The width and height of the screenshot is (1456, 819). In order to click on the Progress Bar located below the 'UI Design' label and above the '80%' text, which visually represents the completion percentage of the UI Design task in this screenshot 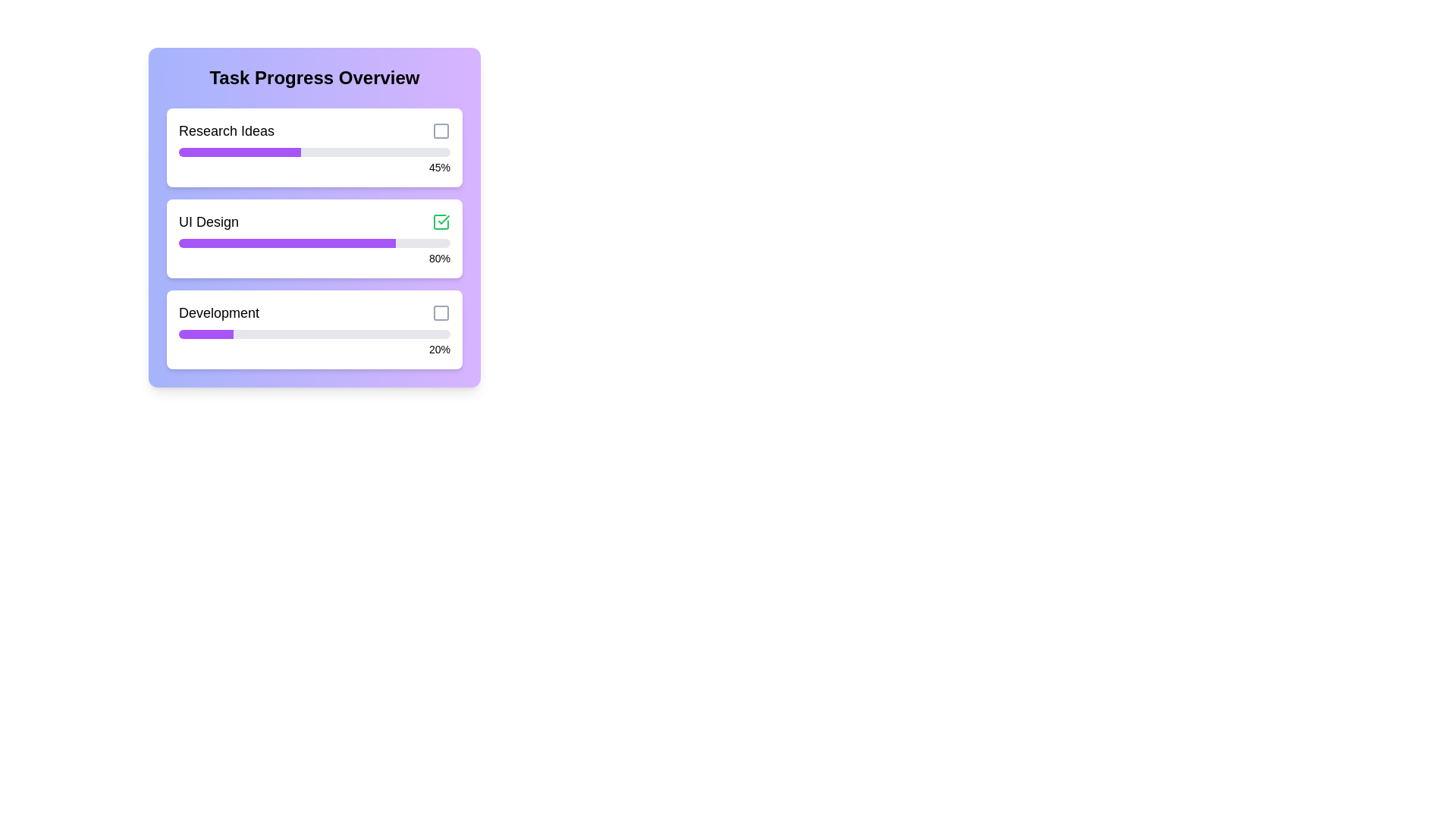, I will do `click(313, 242)`.